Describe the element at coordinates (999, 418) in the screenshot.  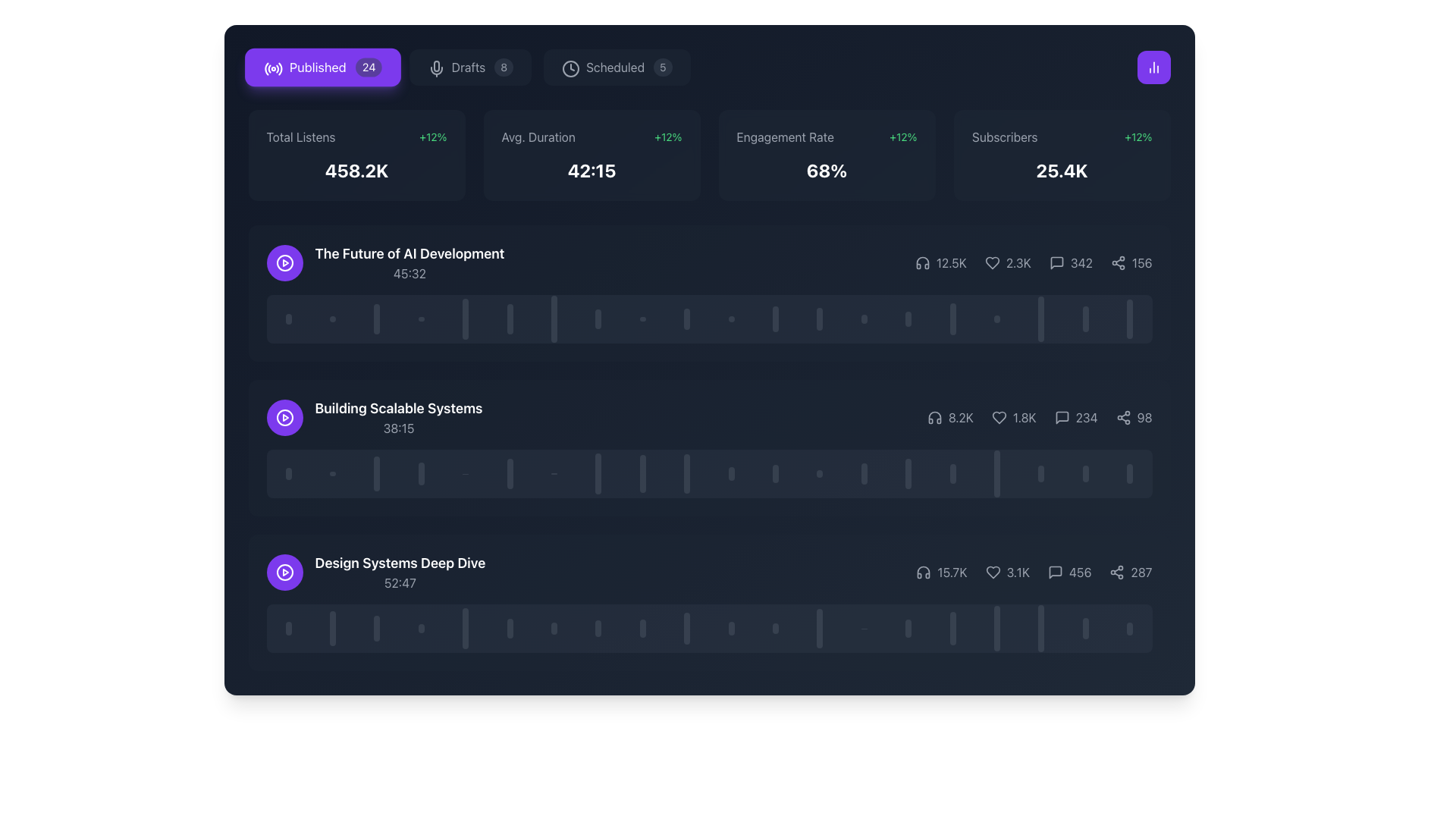
I see `the heart icon located in the second row, aligned to the right of the numeric counter '1.8K'` at that location.